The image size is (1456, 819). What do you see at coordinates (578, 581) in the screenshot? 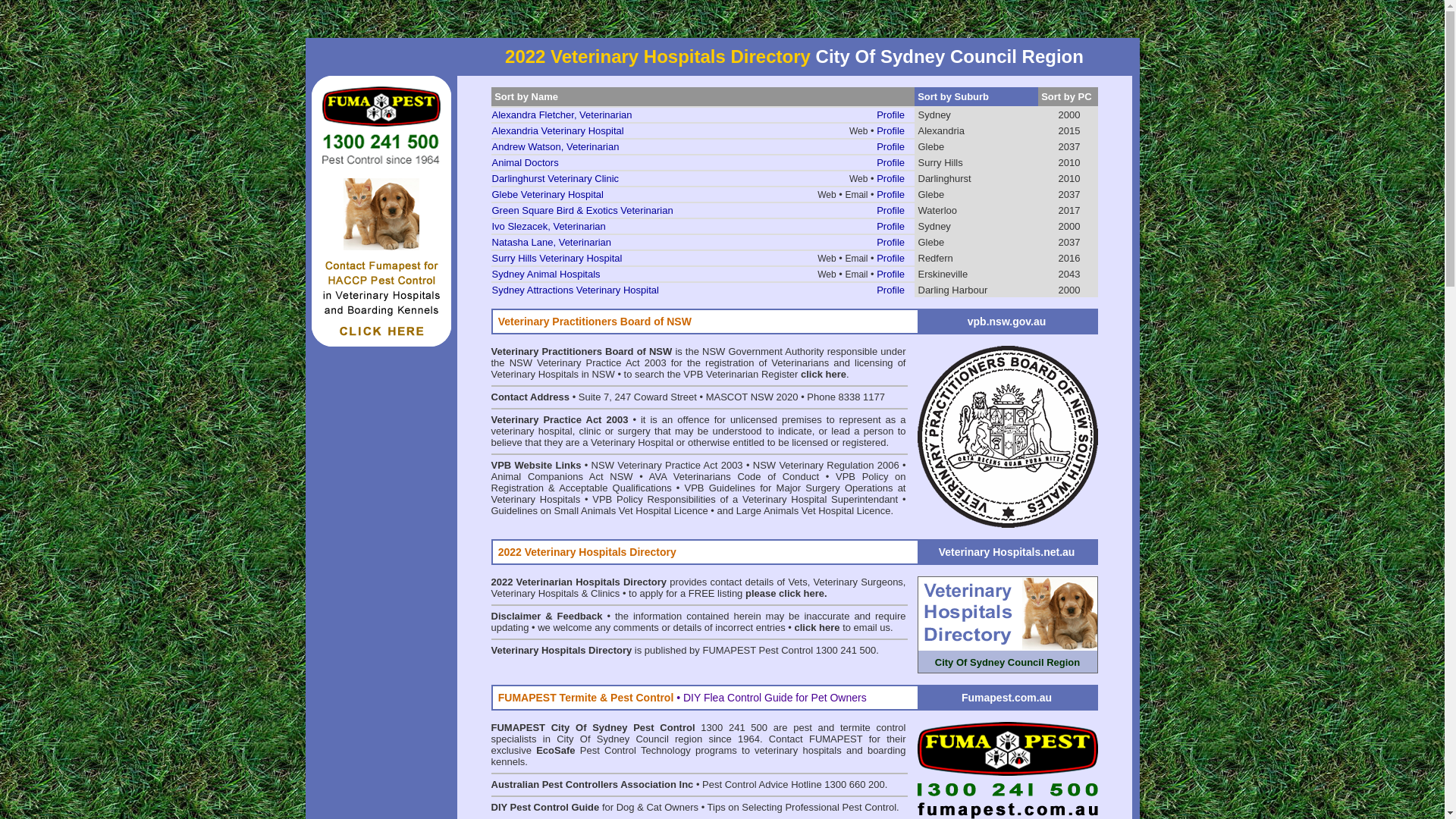
I see `'2022 Veterinarian Hospitals Directory'` at bounding box center [578, 581].